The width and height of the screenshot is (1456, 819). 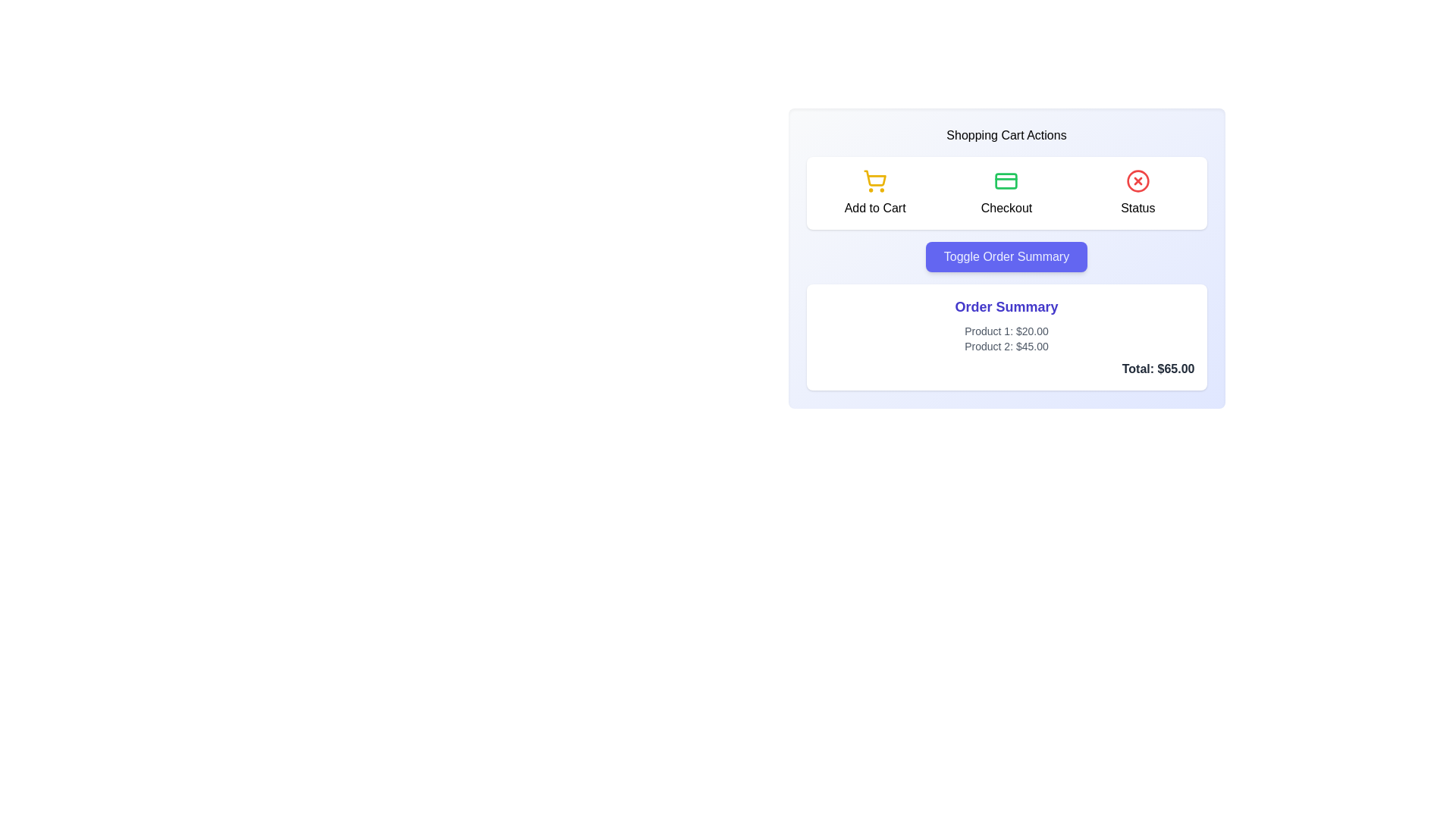 I want to click on assistive technology, so click(x=1006, y=338).